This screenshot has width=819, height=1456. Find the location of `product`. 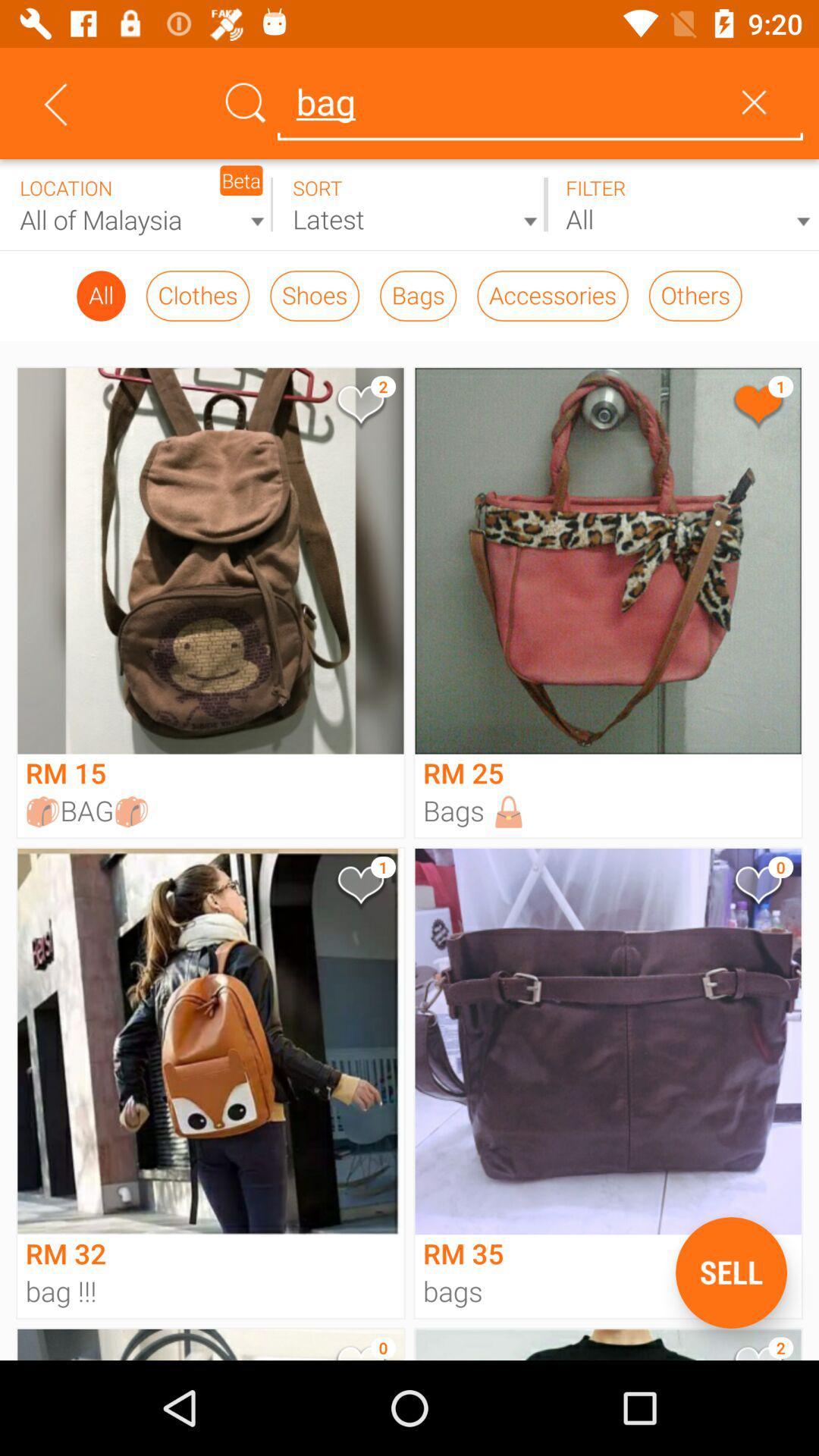

product is located at coordinates (359, 888).